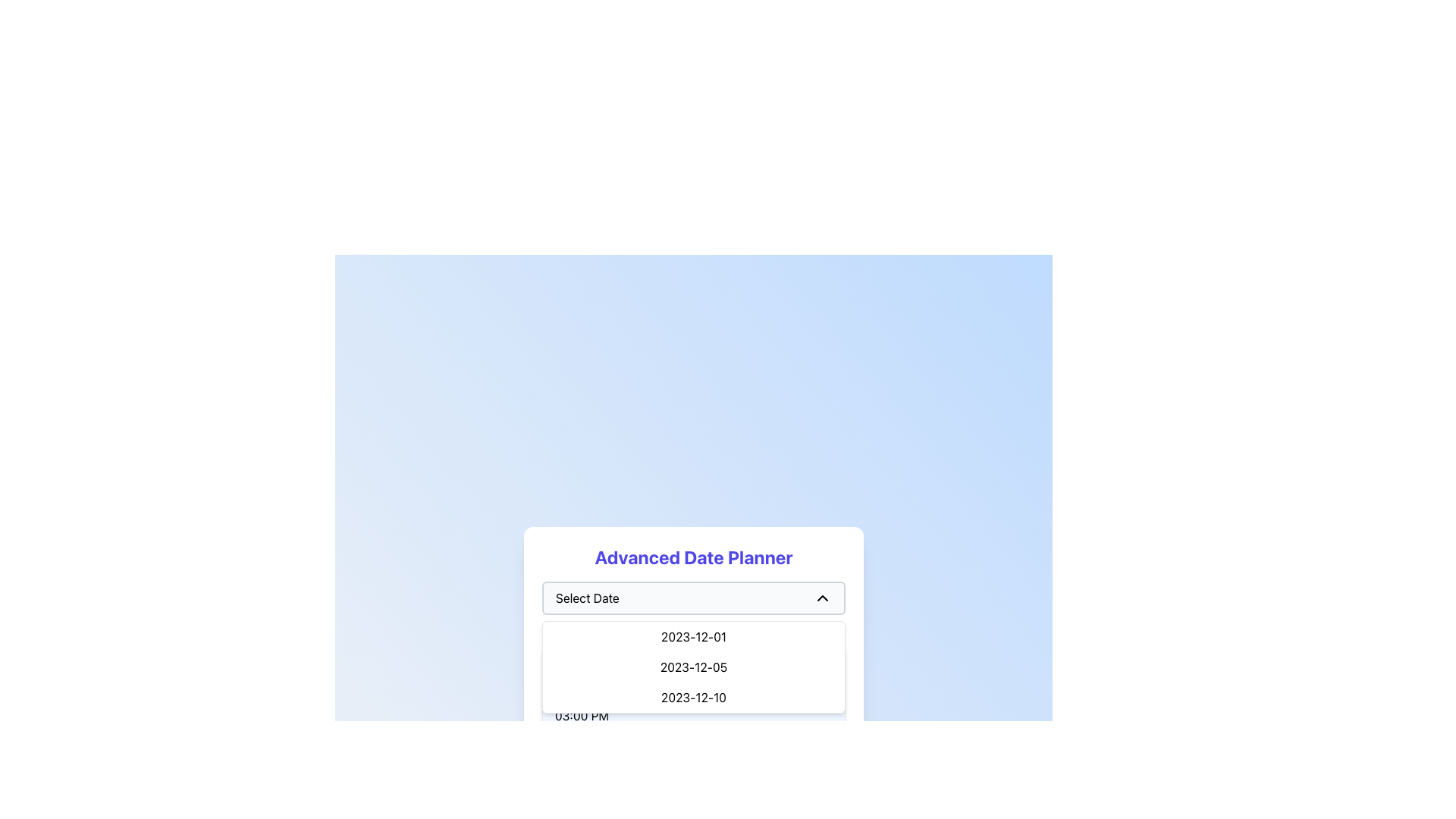 The width and height of the screenshot is (1456, 819). I want to click on the selectable date option '2023-12-10' in the dropdown menu under 'Advanced Date Planner', so click(693, 698).